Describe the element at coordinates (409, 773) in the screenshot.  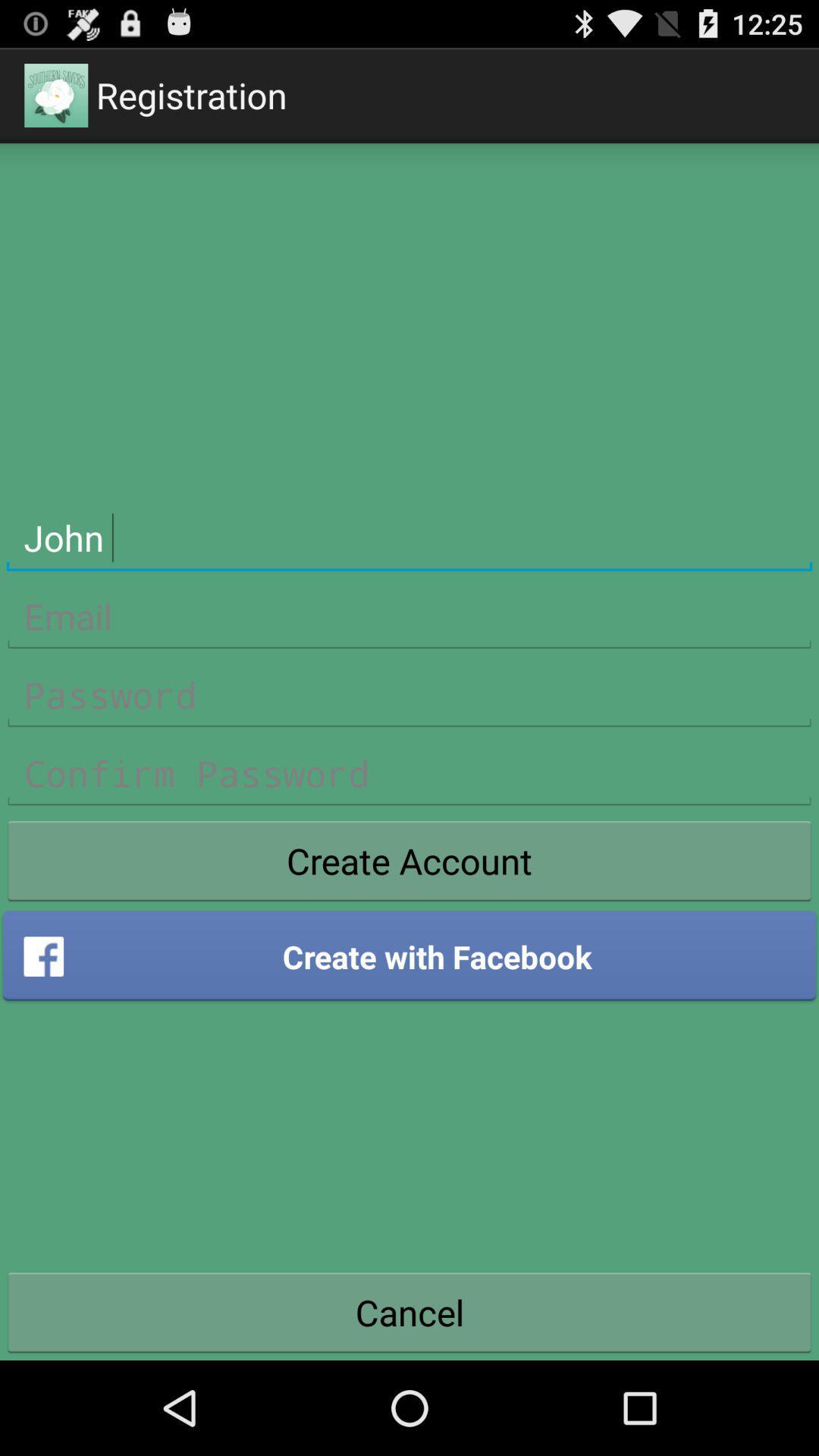
I see `confirm password` at that location.